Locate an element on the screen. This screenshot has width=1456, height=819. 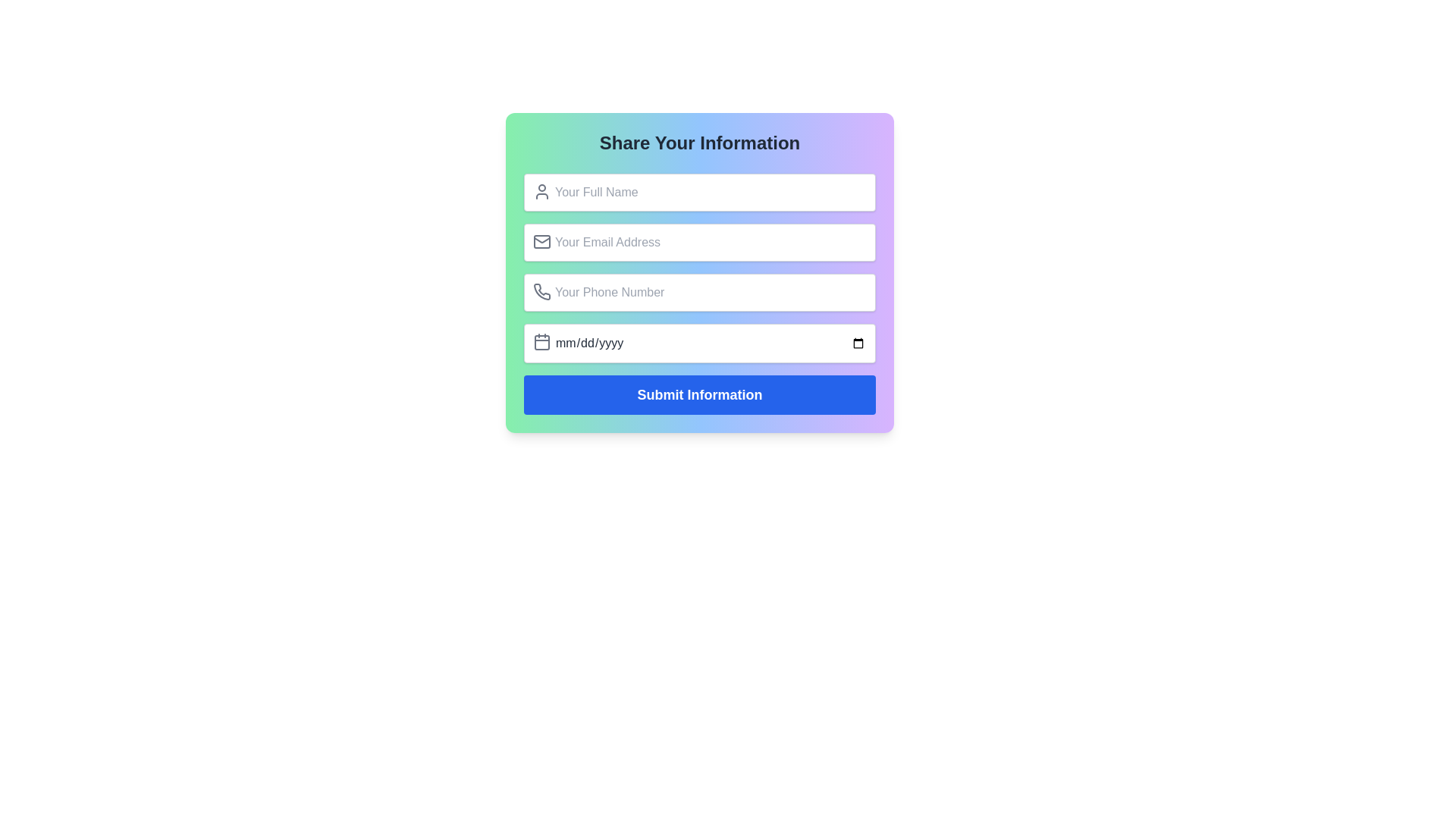
the phone receiver icon inside the SVG graphic, which is located near the left edge of the 'Your Phone Number' field is located at coordinates (542, 291).